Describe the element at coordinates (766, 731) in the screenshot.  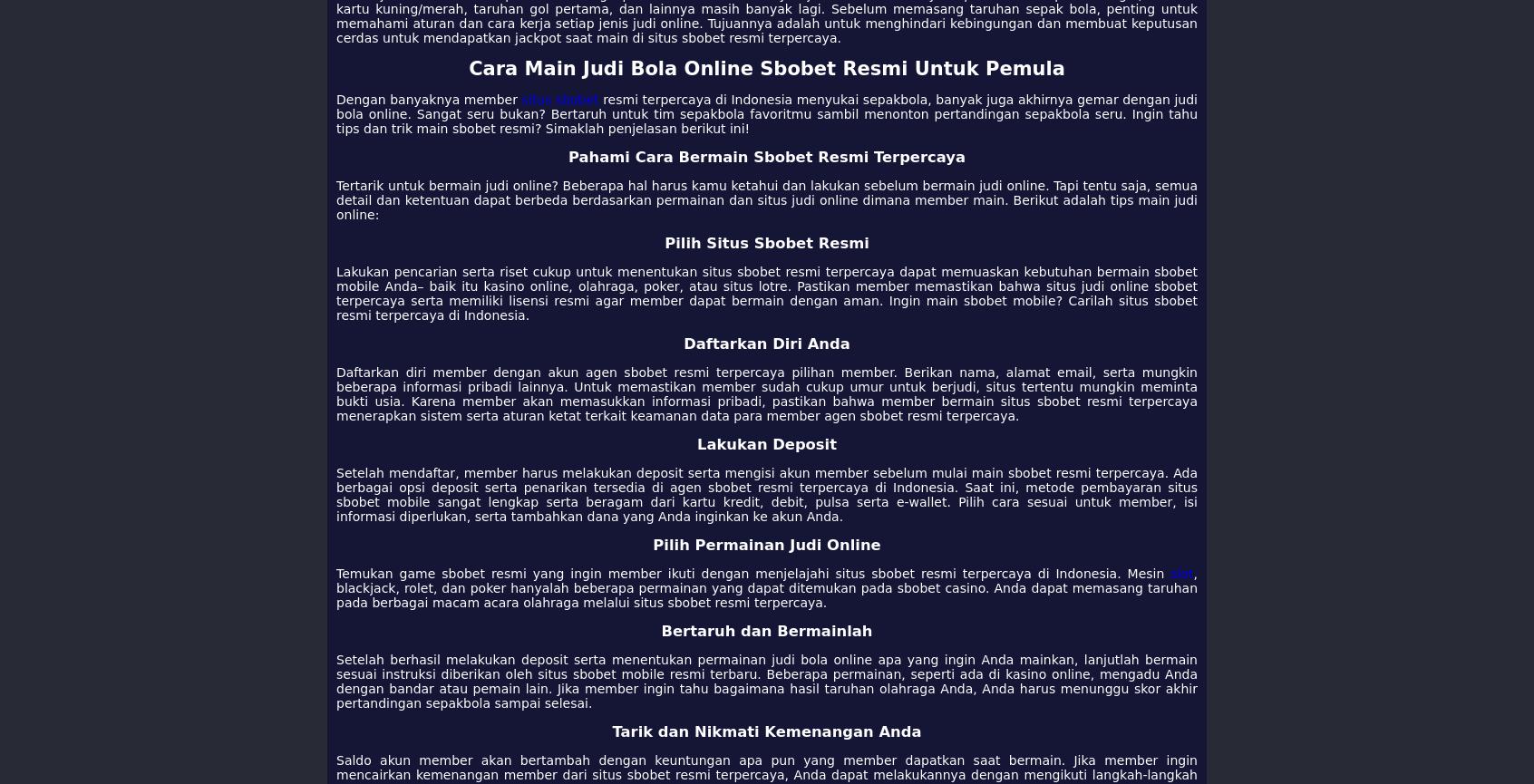
I see `'Tarik dan Nikmati Kemenangan Anda'` at that location.